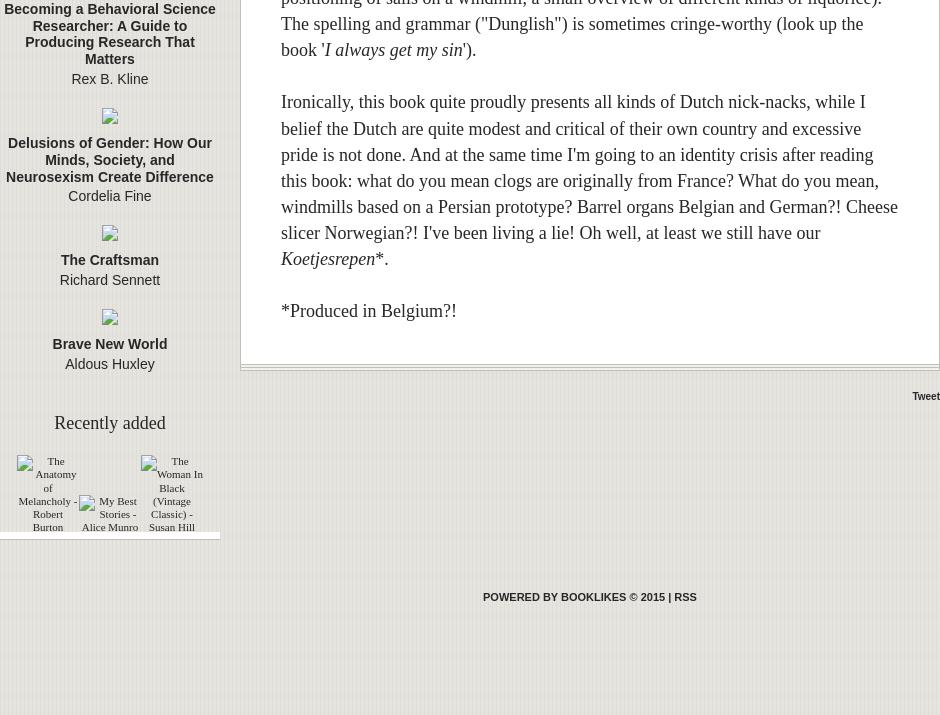  Describe the element at coordinates (683, 596) in the screenshot. I see `'RSS'` at that location.